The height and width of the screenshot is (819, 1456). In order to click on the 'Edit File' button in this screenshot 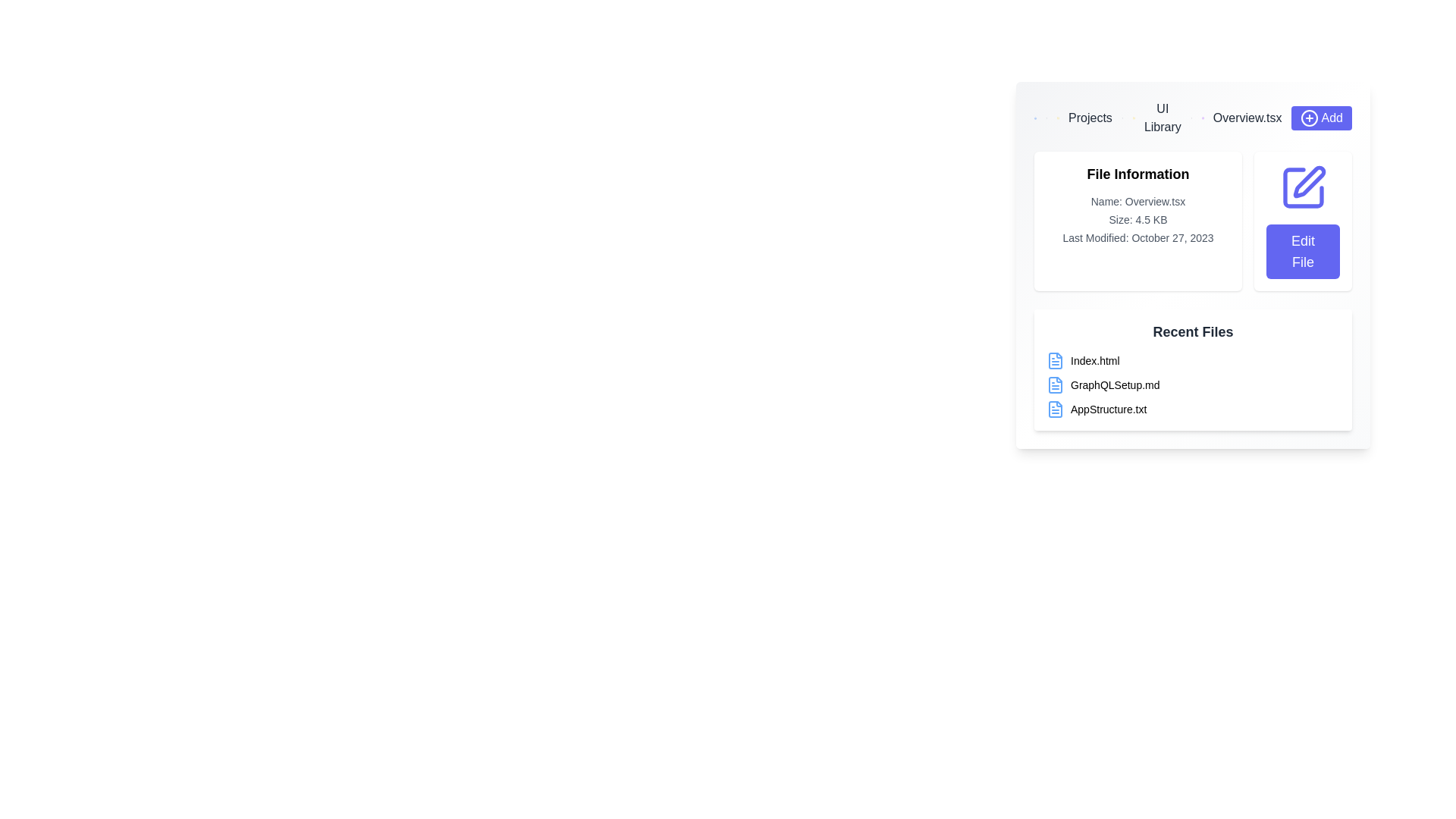, I will do `click(1302, 221)`.